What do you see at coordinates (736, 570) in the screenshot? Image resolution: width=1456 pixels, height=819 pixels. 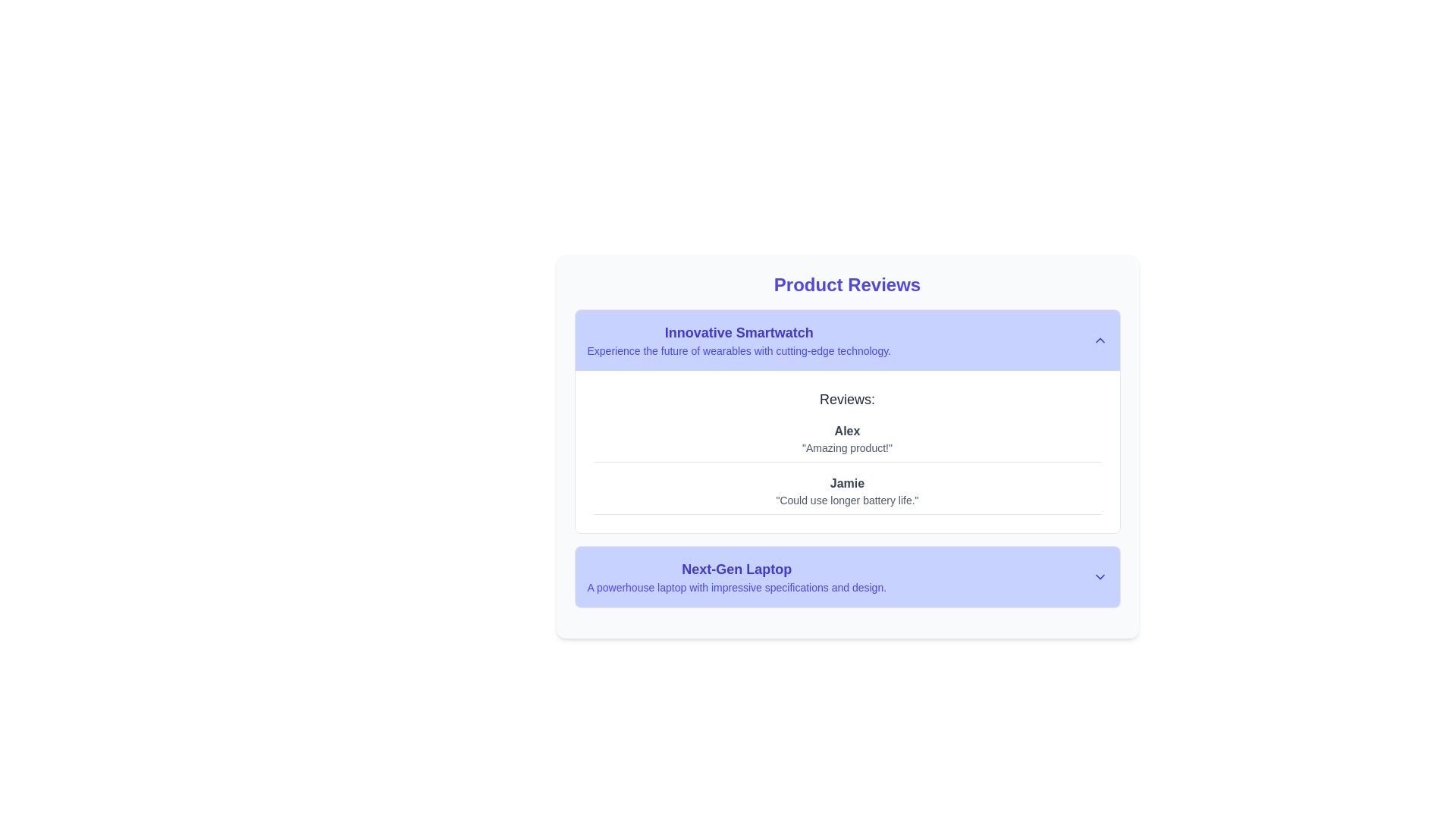 I see `the Text Label displaying 'Next-Gen Laptop', which is styled in bold, large indigo font and located on a light indigo background` at bounding box center [736, 570].